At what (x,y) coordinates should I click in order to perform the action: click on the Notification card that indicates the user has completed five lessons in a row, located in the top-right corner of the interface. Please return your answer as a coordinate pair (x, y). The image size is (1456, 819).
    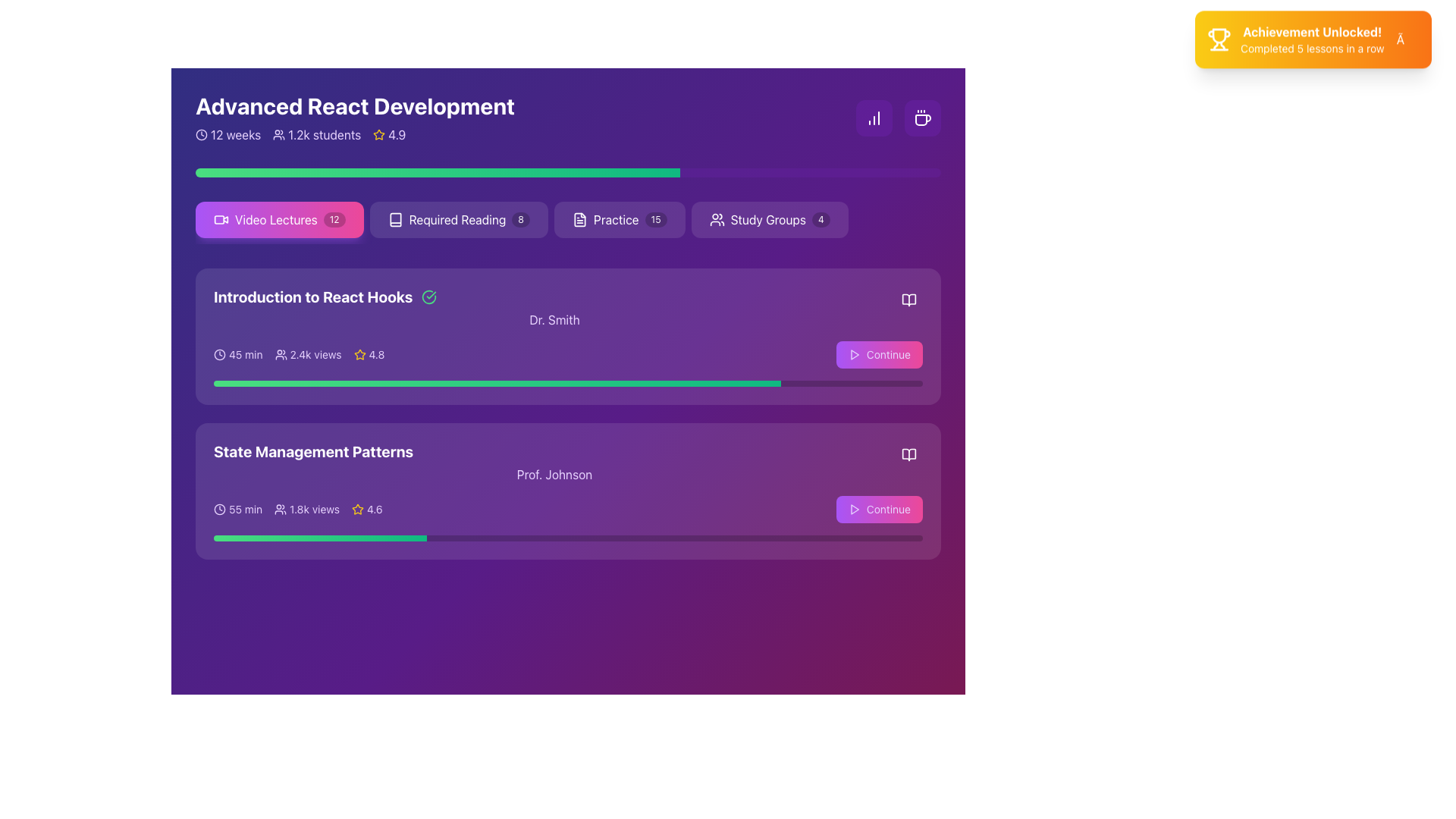
    Looking at the image, I should click on (1313, 45).